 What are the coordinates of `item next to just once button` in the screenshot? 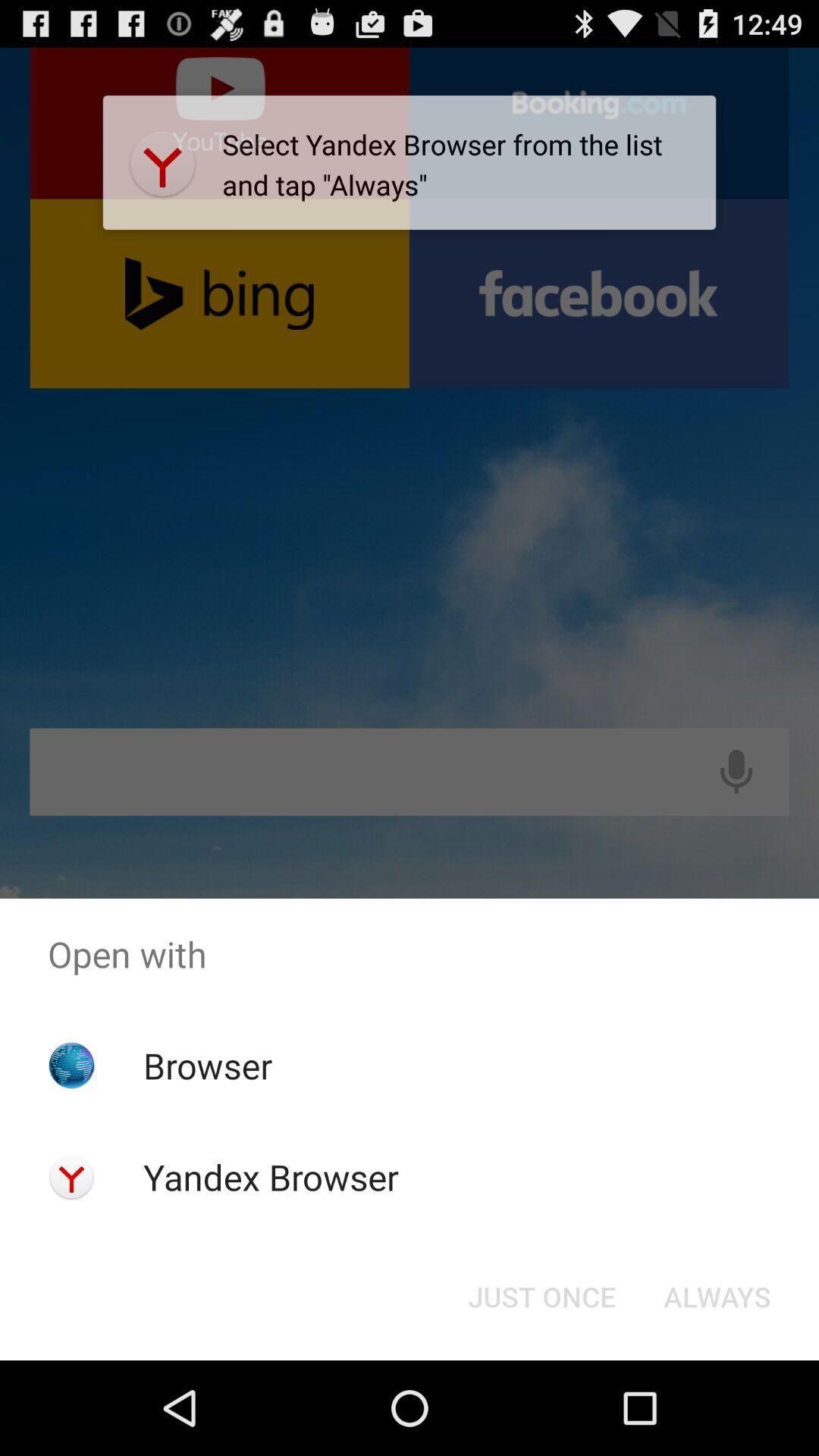 It's located at (717, 1295).